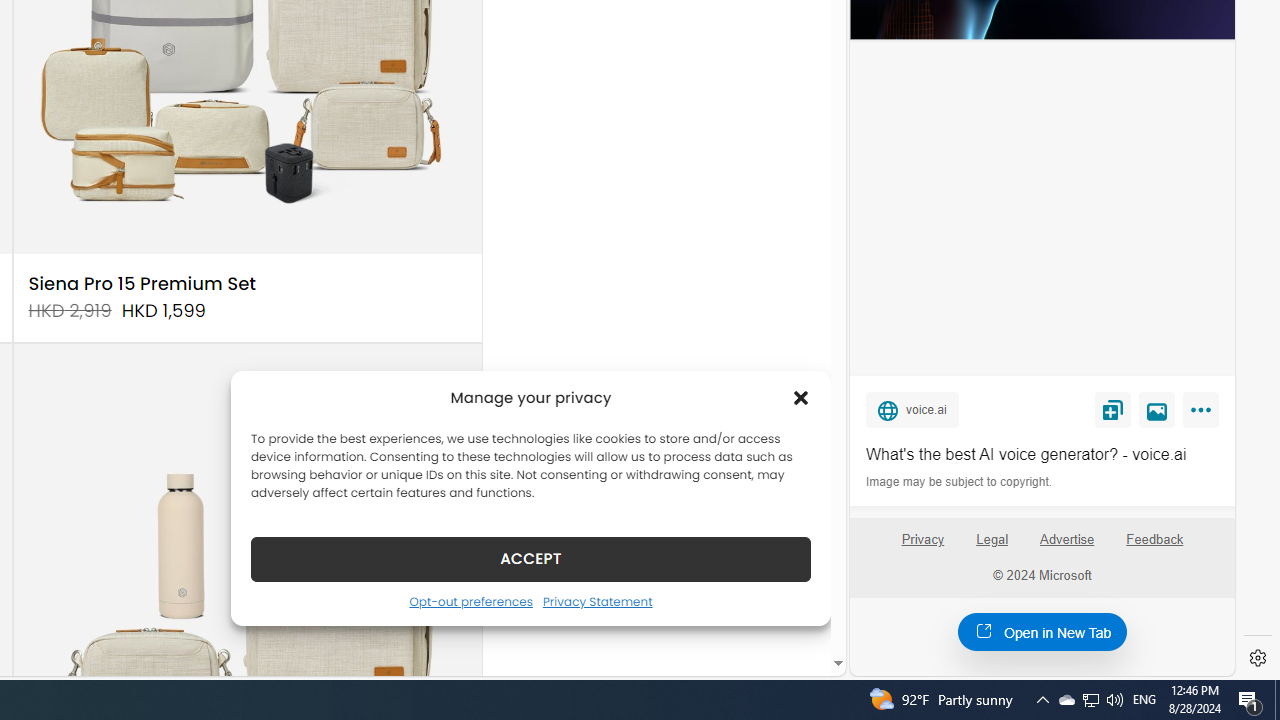 This screenshot has height=720, width=1280. What do you see at coordinates (1065, 538) in the screenshot?
I see `'Advertise'` at bounding box center [1065, 538].